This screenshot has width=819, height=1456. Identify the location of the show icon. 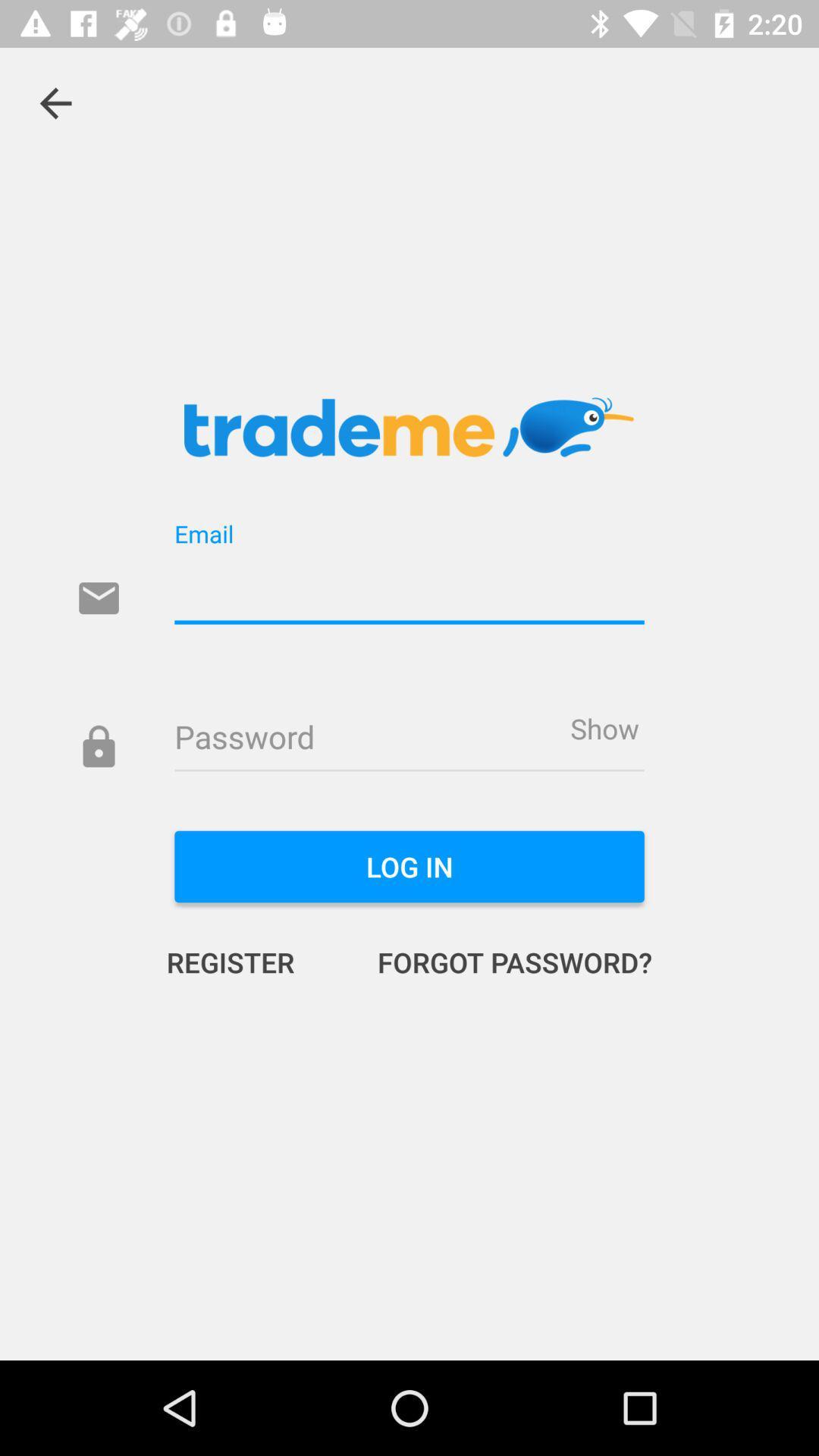
(604, 728).